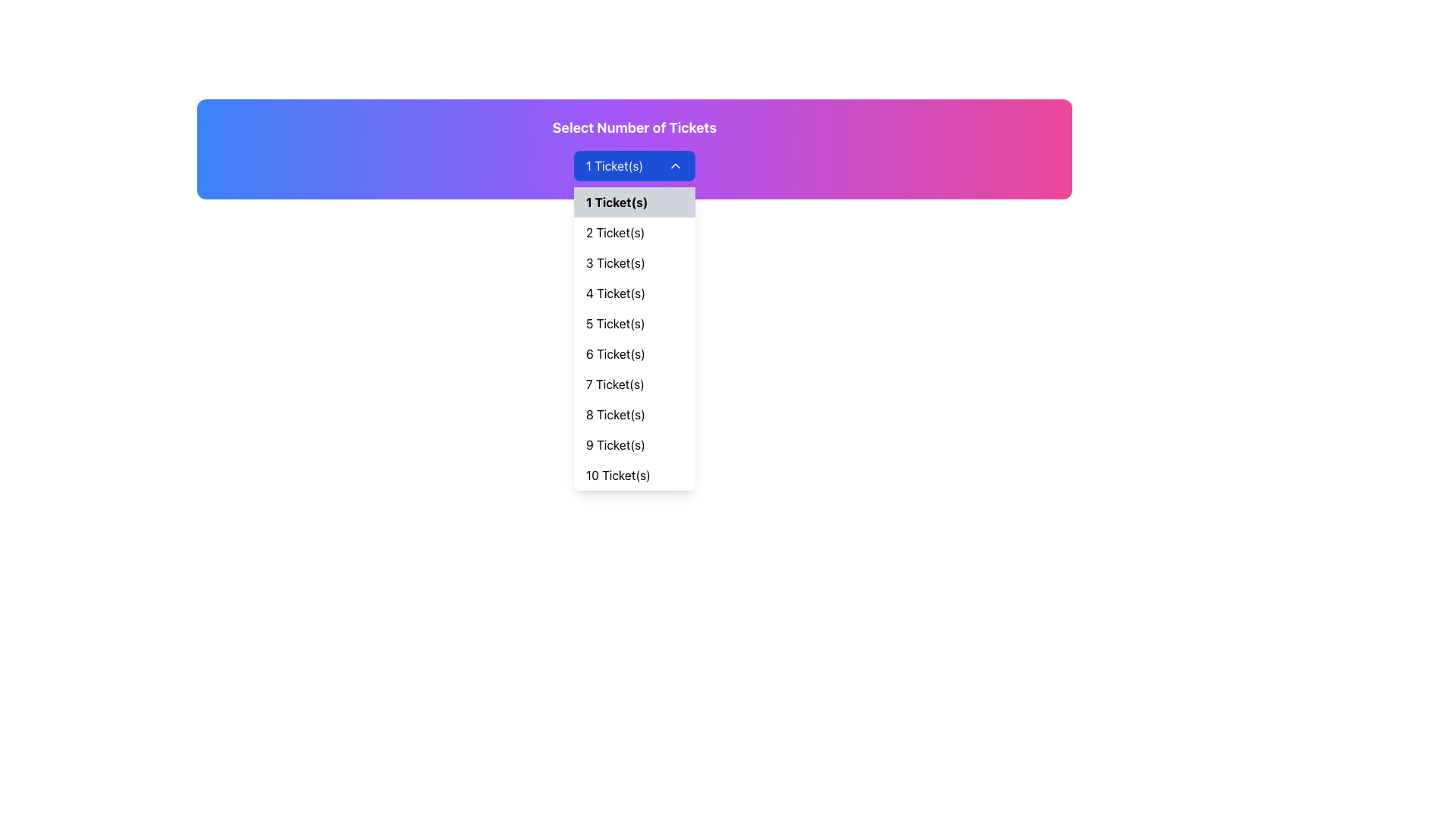 This screenshot has width=1456, height=819. What do you see at coordinates (634, 475) in the screenshot?
I see `the dropdown list option displaying '10 Ticket(s)'` at bounding box center [634, 475].